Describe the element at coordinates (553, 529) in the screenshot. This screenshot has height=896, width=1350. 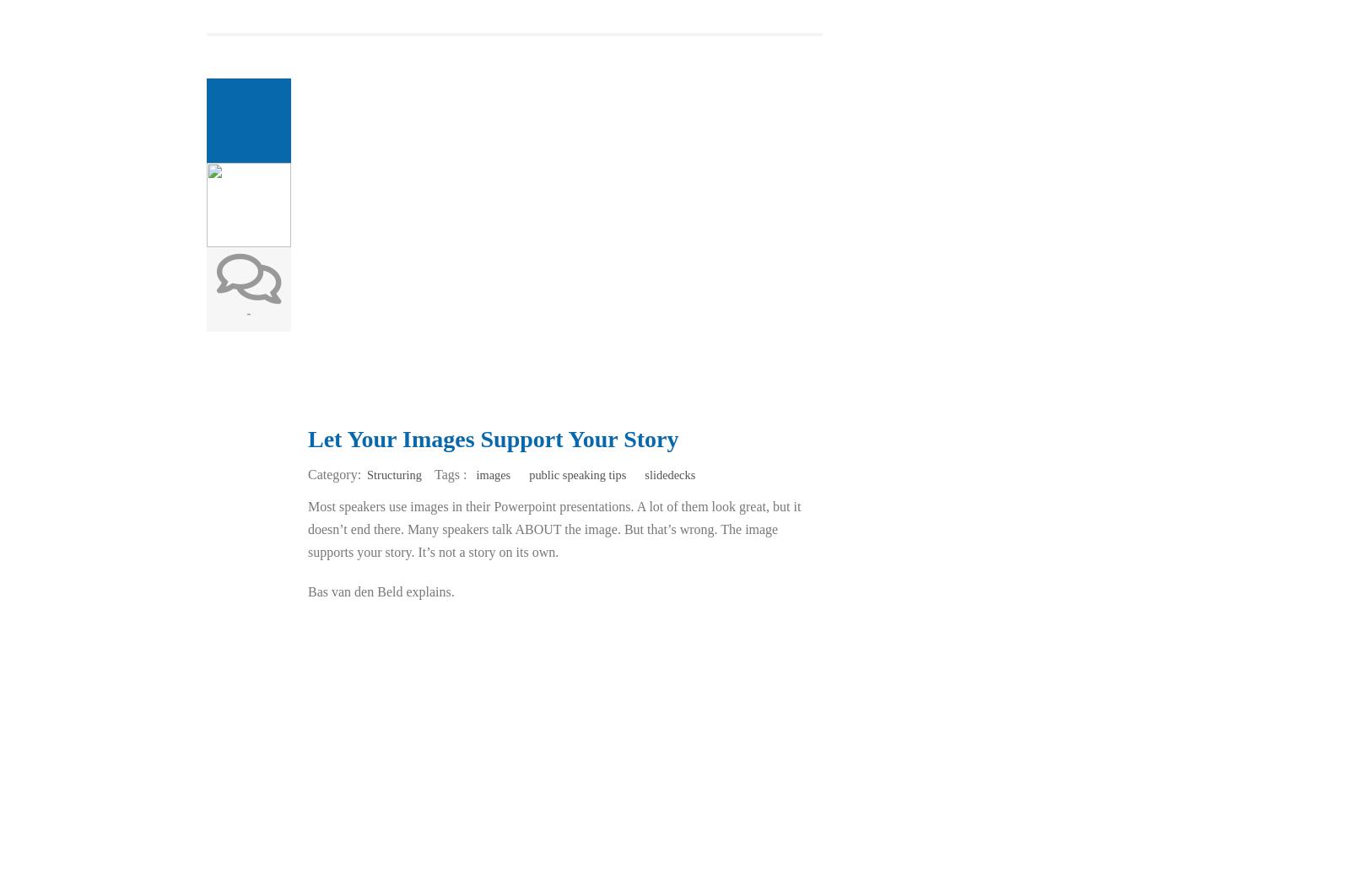
I see `'Most speakers use images in their Powerpoint presentations. A lot of them look great, but it doesn’t end there. Many speakers talk ABOUT the image. But that’s wrong. The image supports your story. It’s not a story on its own.'` at that location.